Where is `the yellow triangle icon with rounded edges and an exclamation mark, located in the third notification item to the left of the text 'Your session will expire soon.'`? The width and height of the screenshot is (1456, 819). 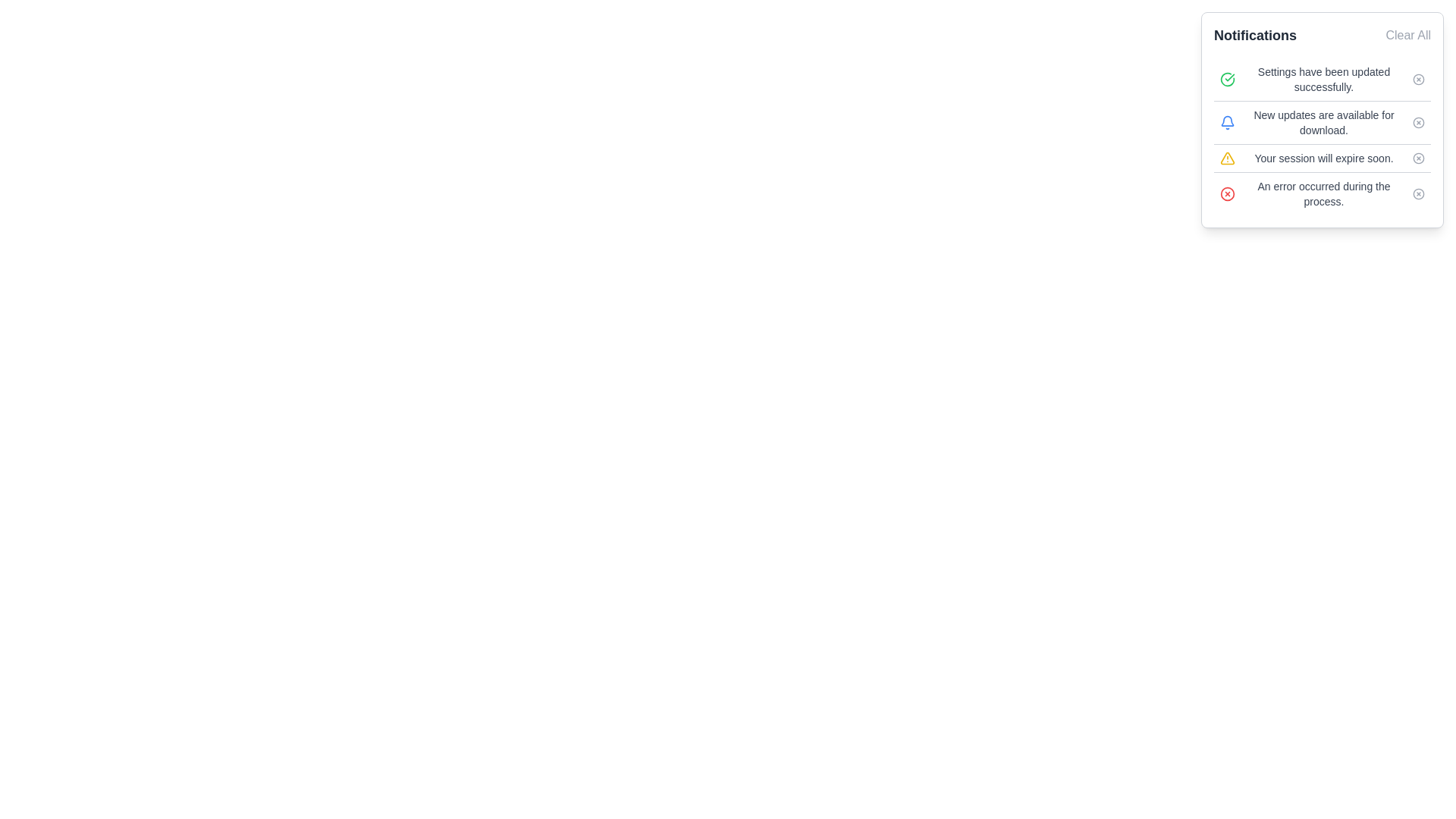
the yellow triangle icon with rounded edges and an exclamation mark, located in the third notification item to the left of the text 'Your session will expire soon.' is located at coordinates (1227, 158).